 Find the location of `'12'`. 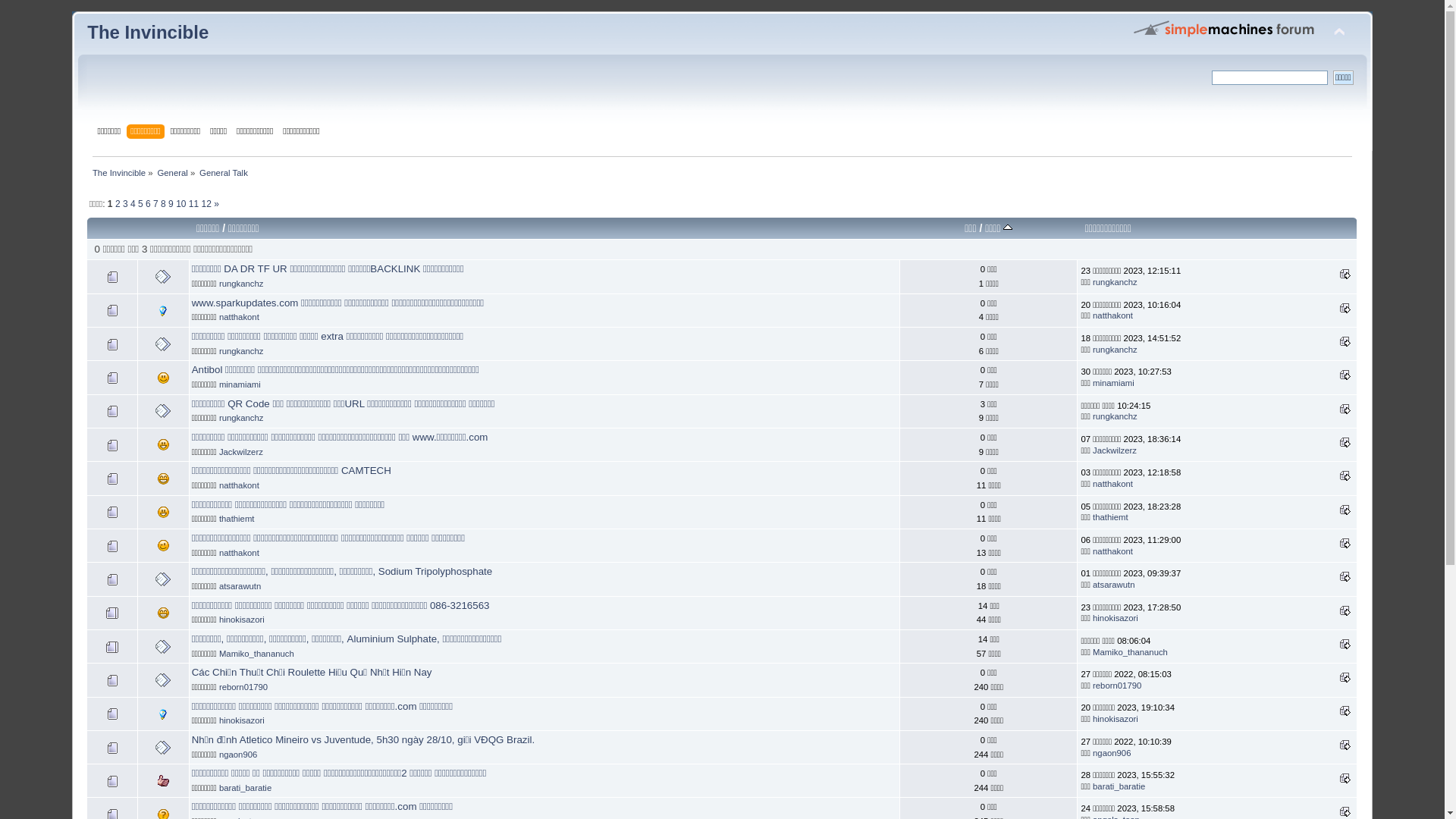

'12' is located at coordinates (206, 203).